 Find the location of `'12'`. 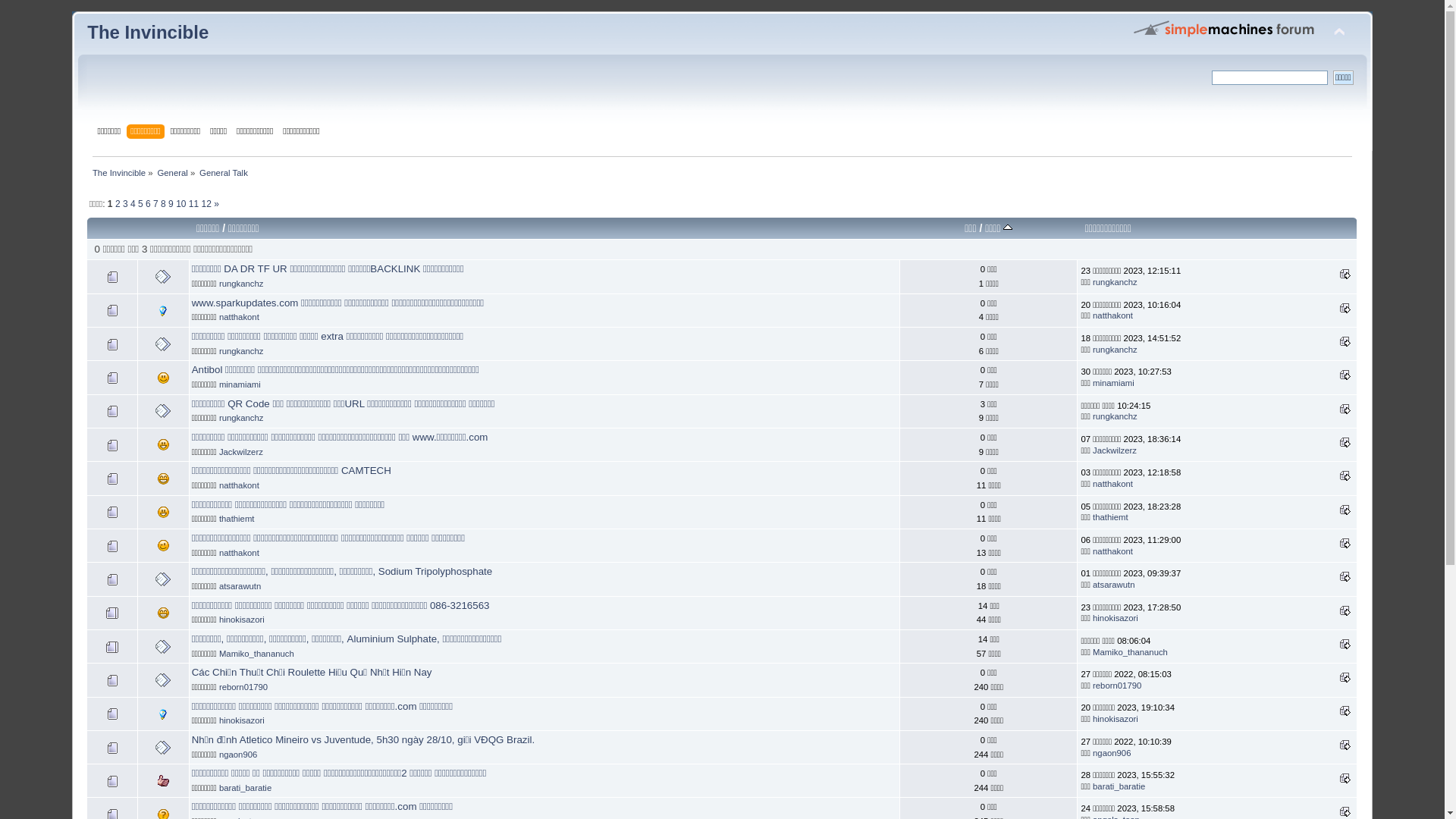

'12' is located at coordinates (206, 203).